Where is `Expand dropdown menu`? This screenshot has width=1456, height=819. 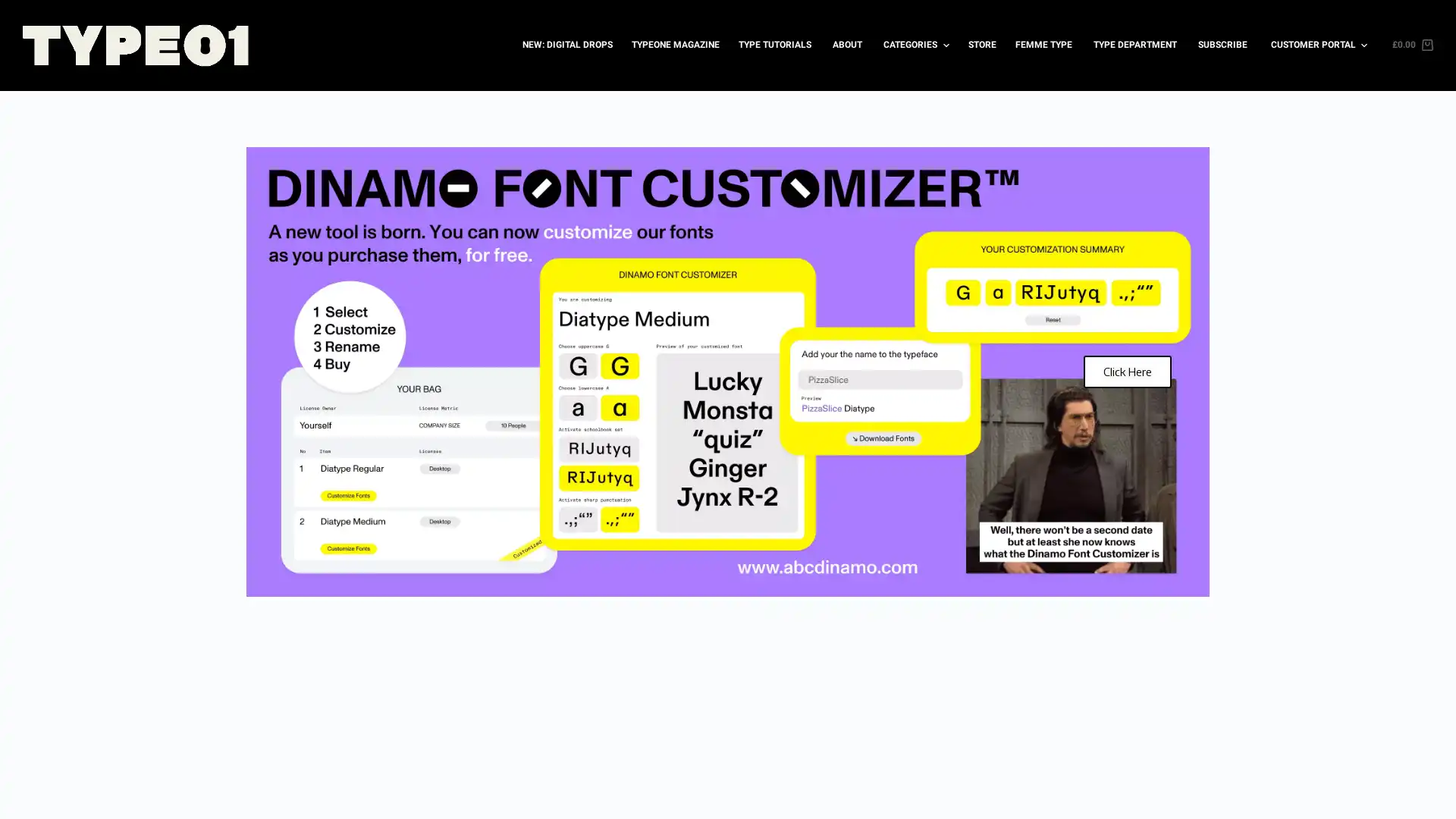 Expand dropdown menu is located at coordinates (945, 45).